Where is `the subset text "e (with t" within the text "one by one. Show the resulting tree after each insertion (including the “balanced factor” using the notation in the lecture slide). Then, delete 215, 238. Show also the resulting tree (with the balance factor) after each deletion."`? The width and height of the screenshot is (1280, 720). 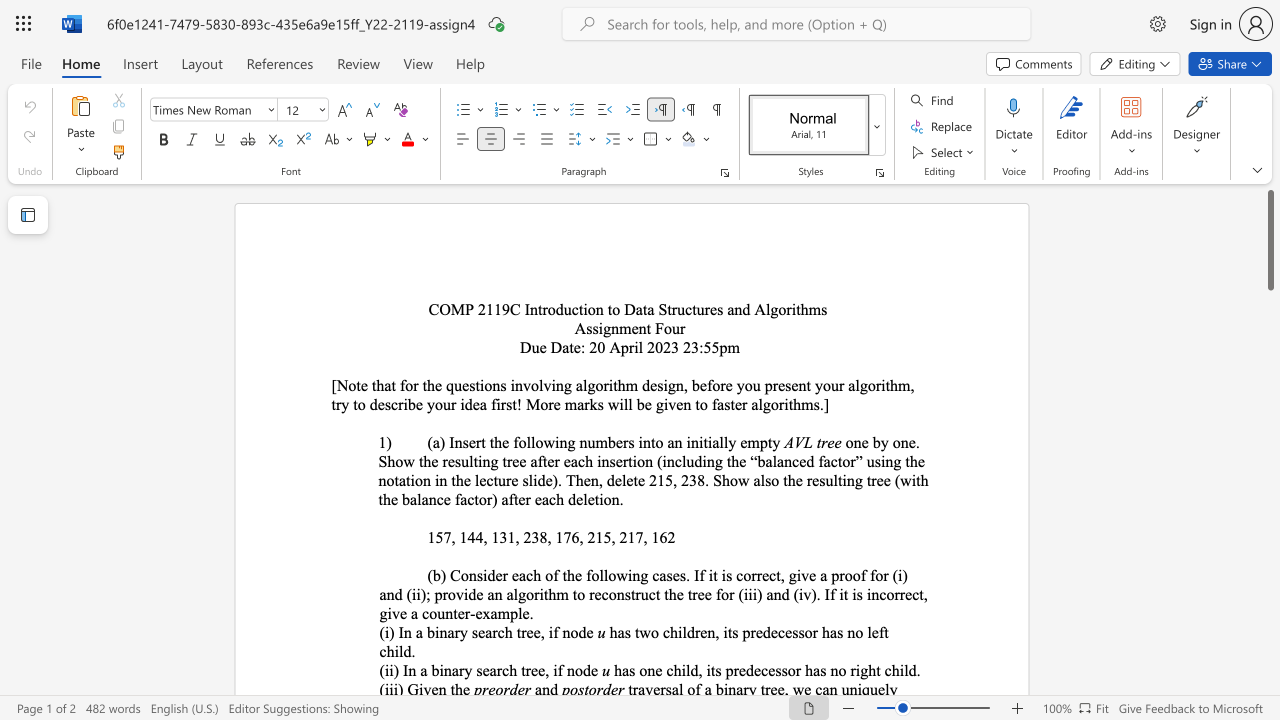
the subset text "e (with t" within the text "one by one. Show the resulting tree after each insertion (including the “balanced factor” using the notation in the lecture slide). Then, delete 215, 238. Show also the resulting tree (with the balance factor) after each deletion." is located at coordinates (882, 480).